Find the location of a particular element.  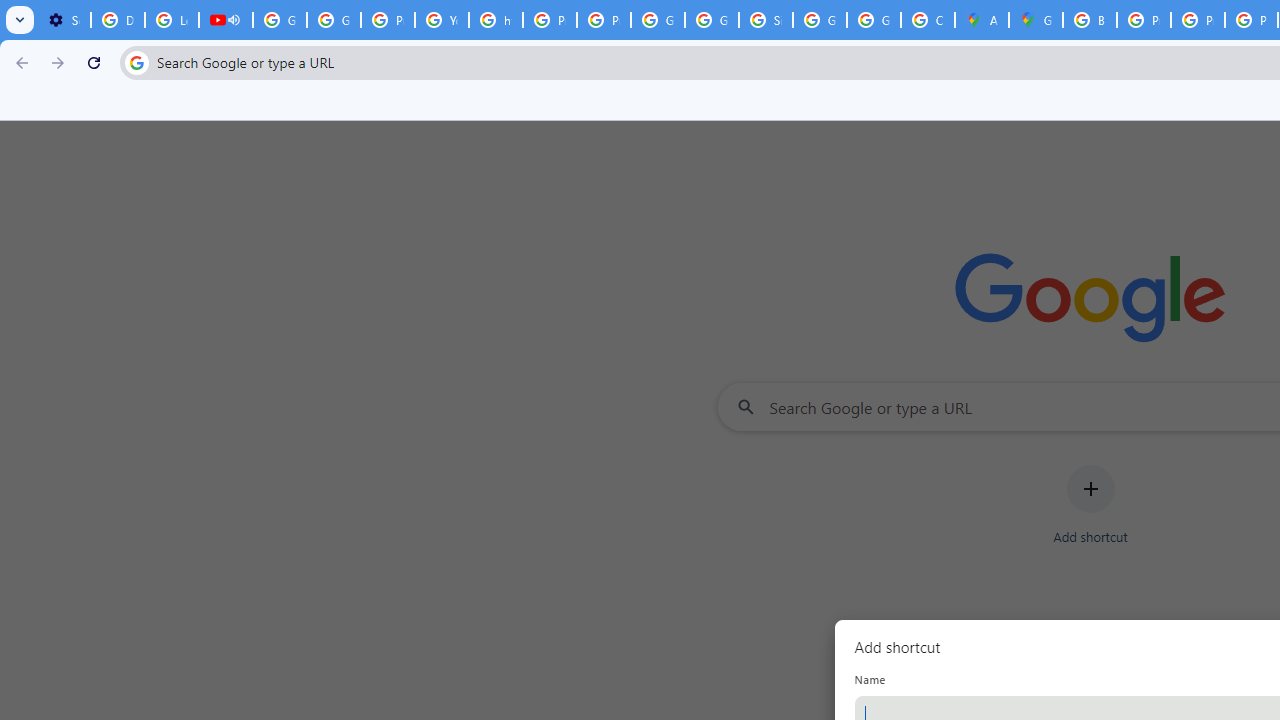

'Privacy Help Center - Policies Help' is located at coordinates (1198, 20).